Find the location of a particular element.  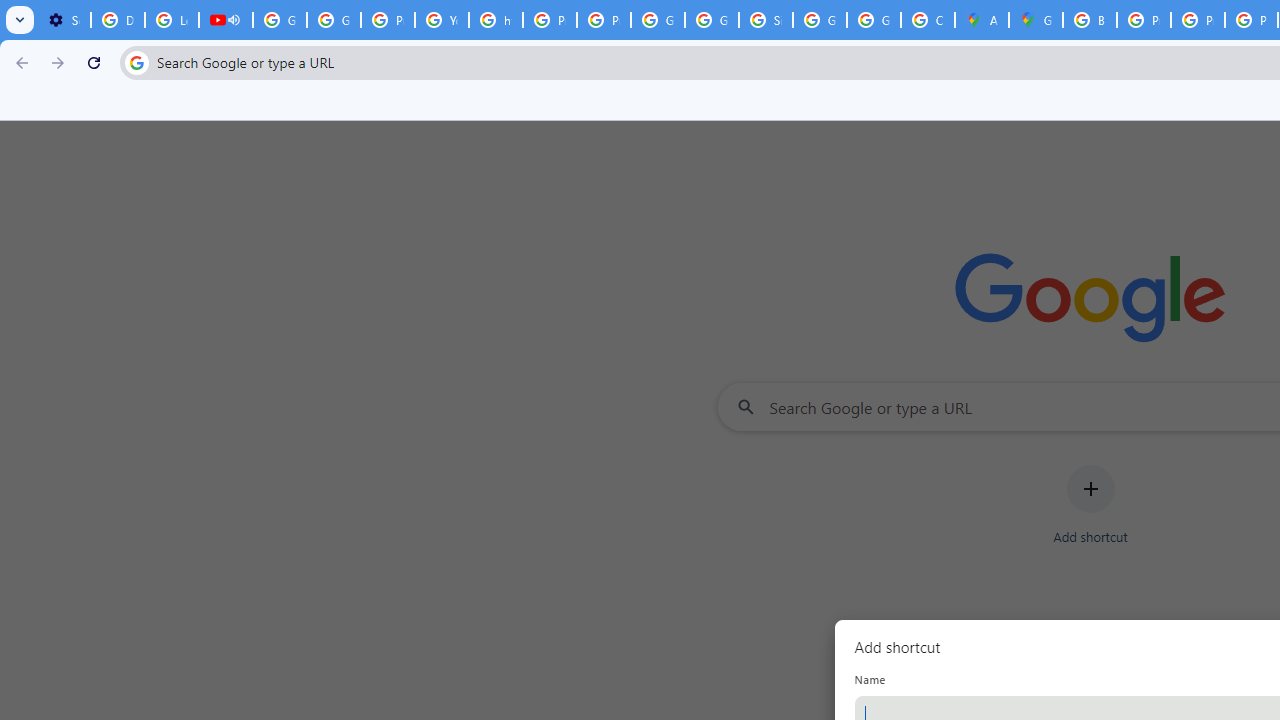

'Privacy Help Center - Policies Help' is located at coordinates (1198, 20).